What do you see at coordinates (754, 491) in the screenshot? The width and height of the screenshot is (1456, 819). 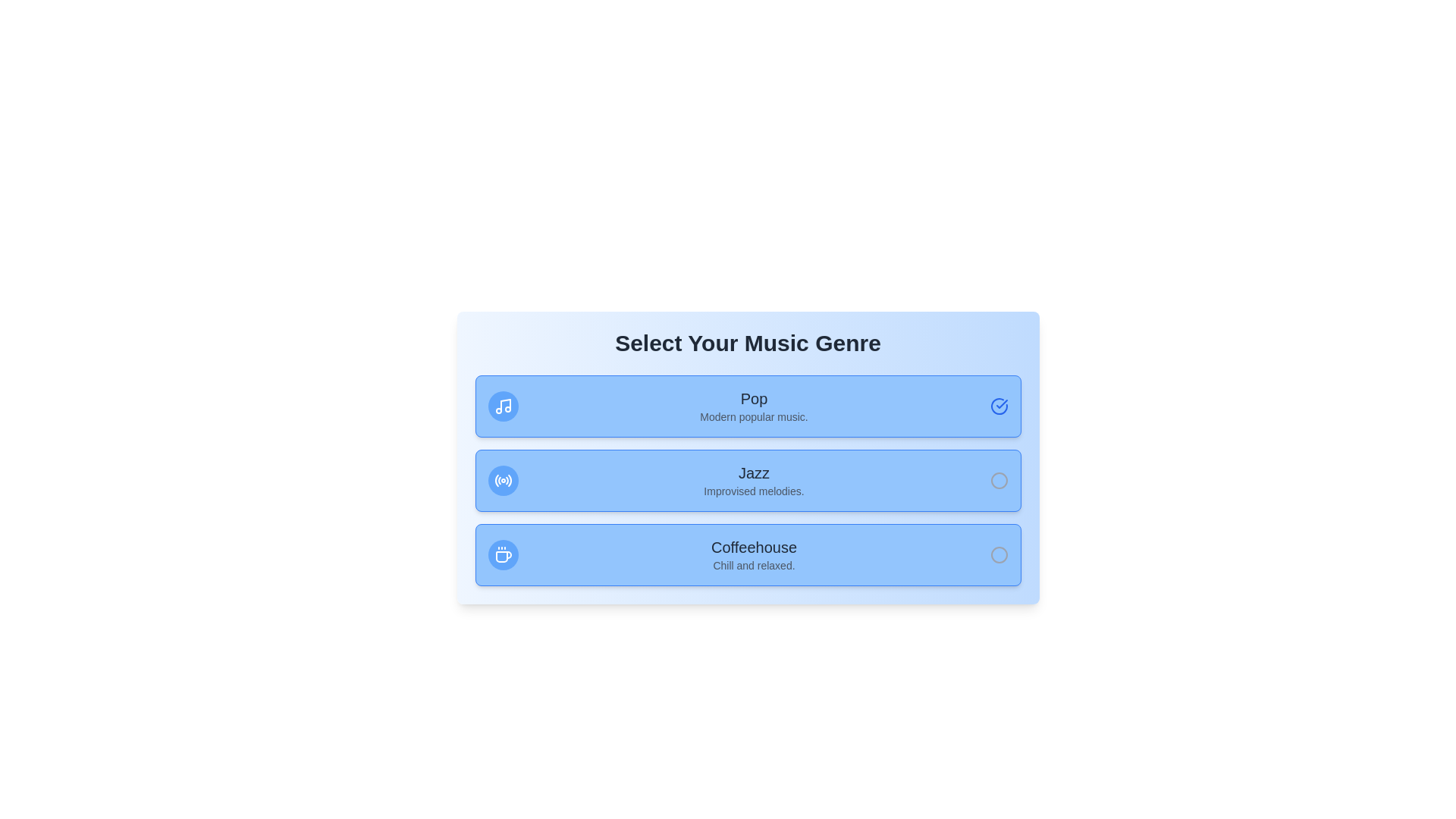 I see `the text label displaying 'Improvised melodies.' which is located below the title 'Jazz' within the blue rectangular card` at bounding box center [754, 491].